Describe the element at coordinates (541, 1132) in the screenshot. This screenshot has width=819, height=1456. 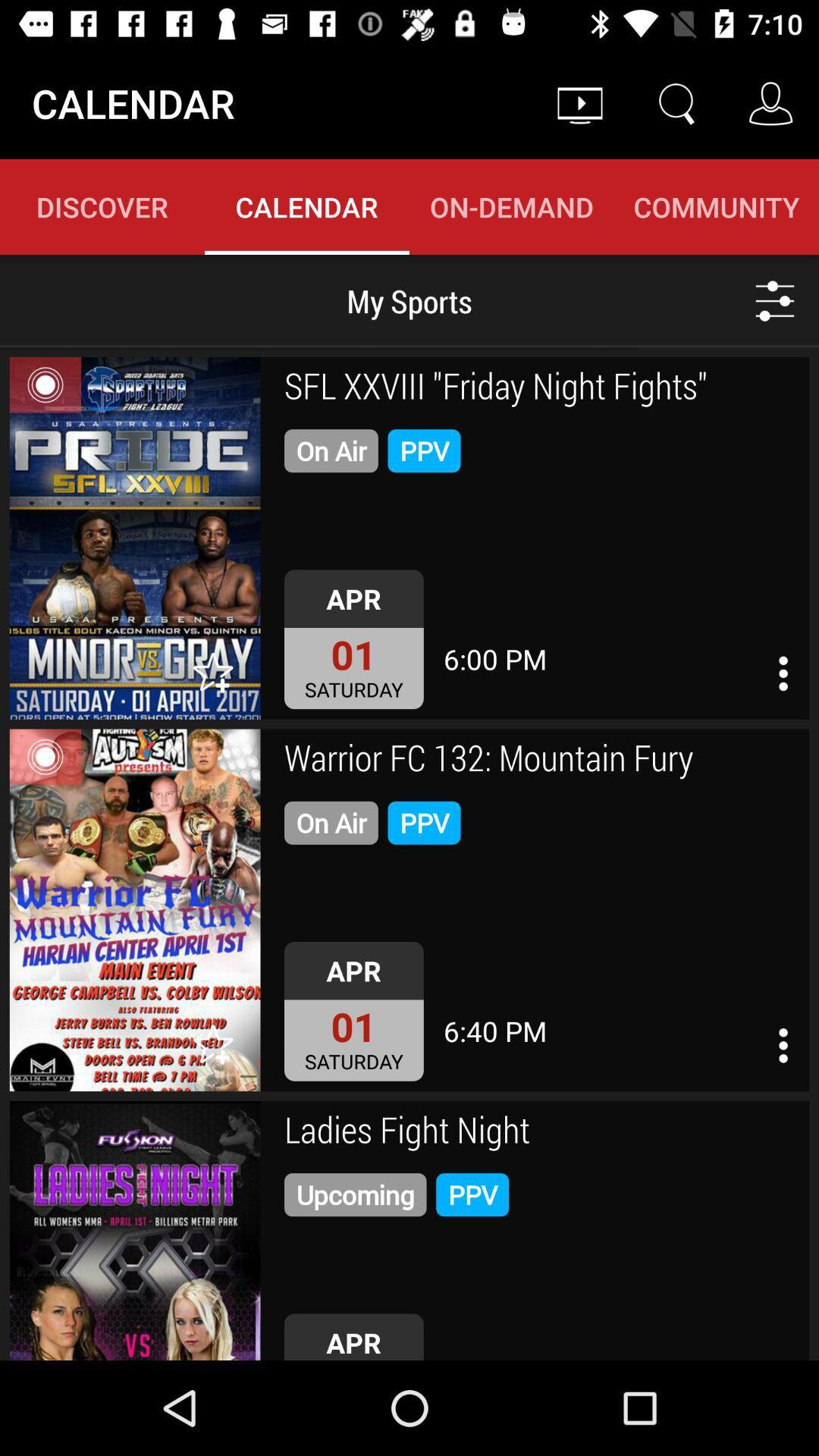
I see `item above the upcoming item` at that location.